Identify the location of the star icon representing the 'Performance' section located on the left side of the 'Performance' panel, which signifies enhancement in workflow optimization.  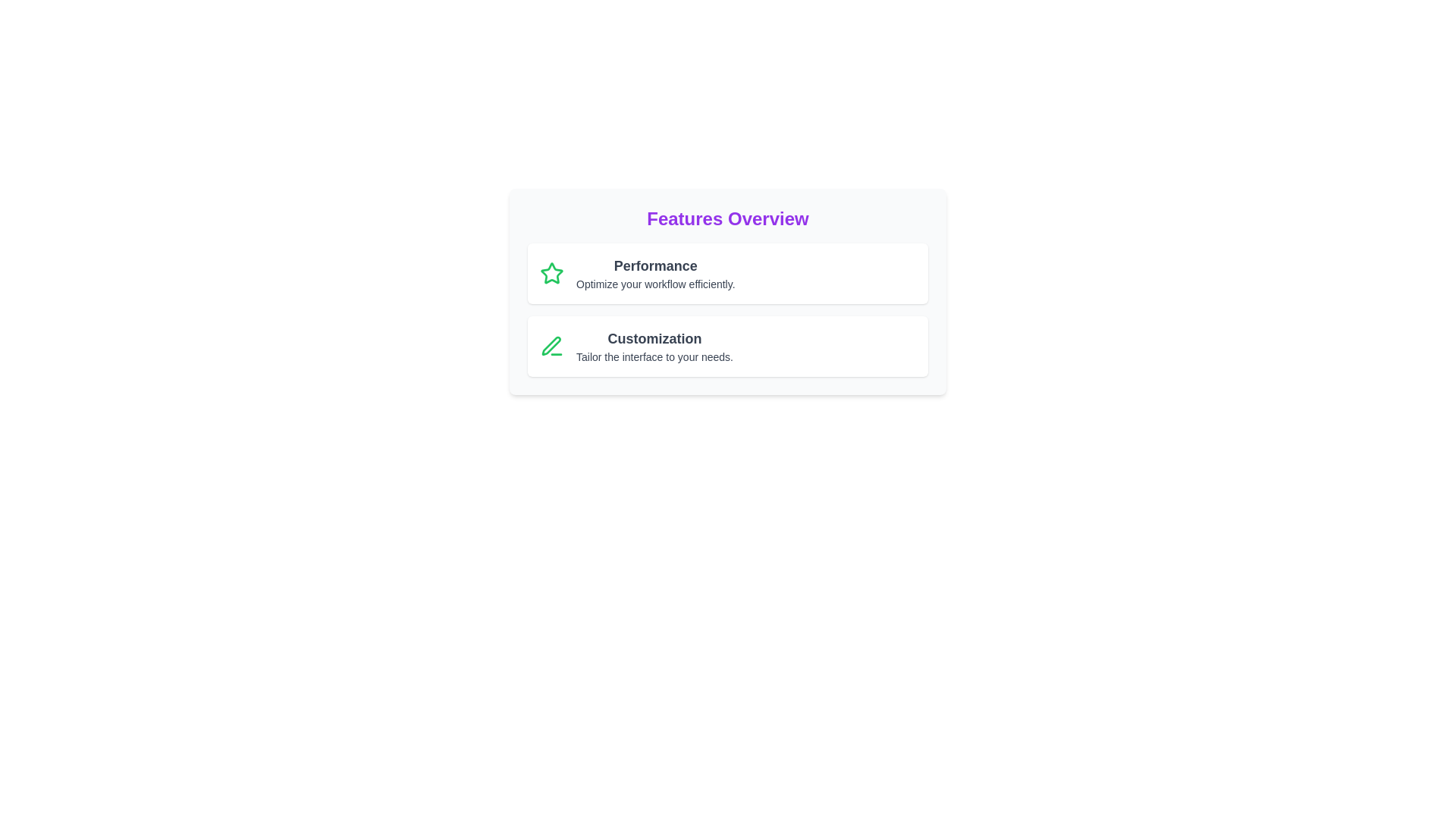
(551, 274).